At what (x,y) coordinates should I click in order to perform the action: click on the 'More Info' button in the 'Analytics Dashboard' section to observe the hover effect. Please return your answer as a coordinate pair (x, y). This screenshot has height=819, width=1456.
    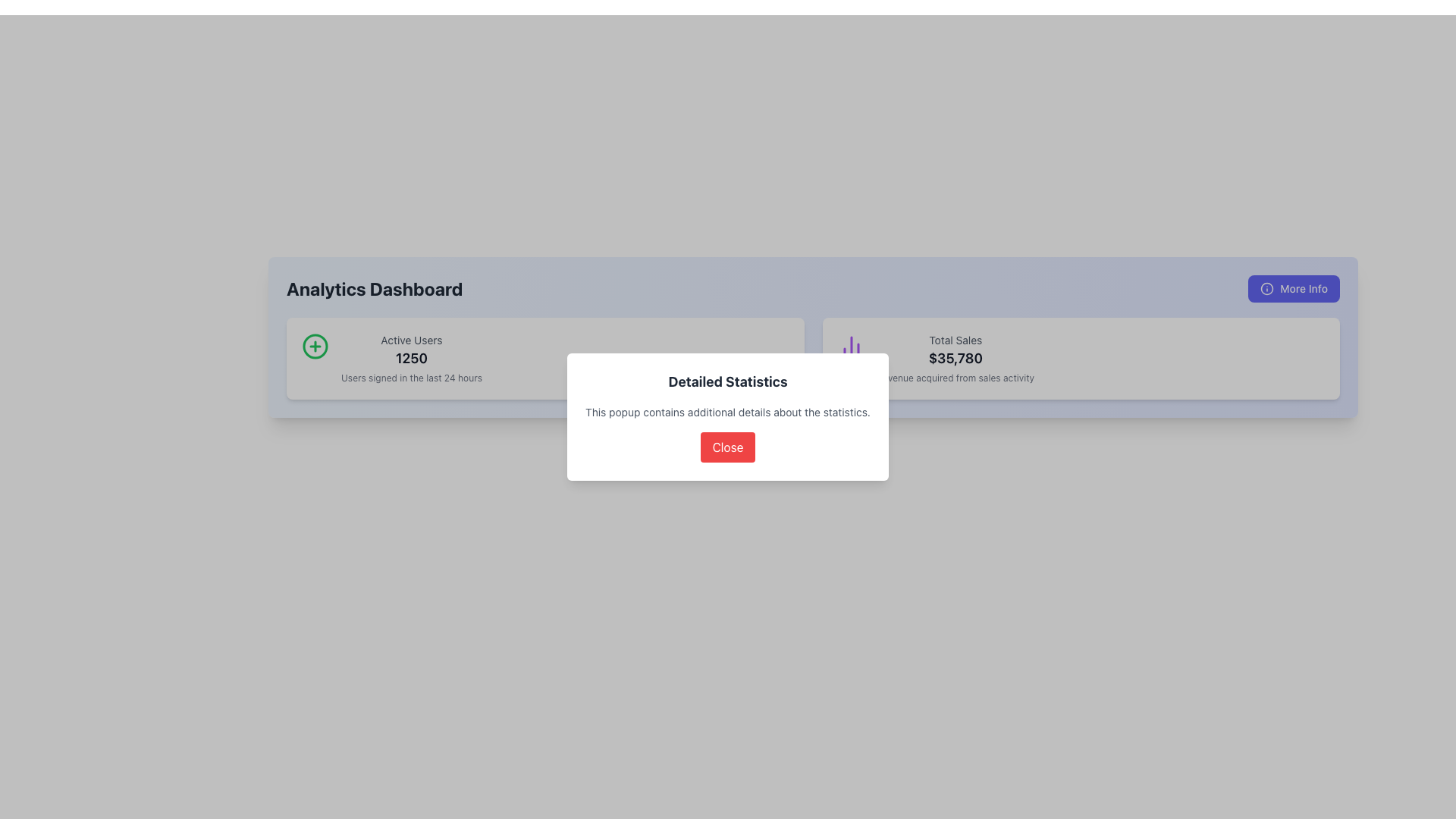
    Looking at the image, I should click on (812, 289).